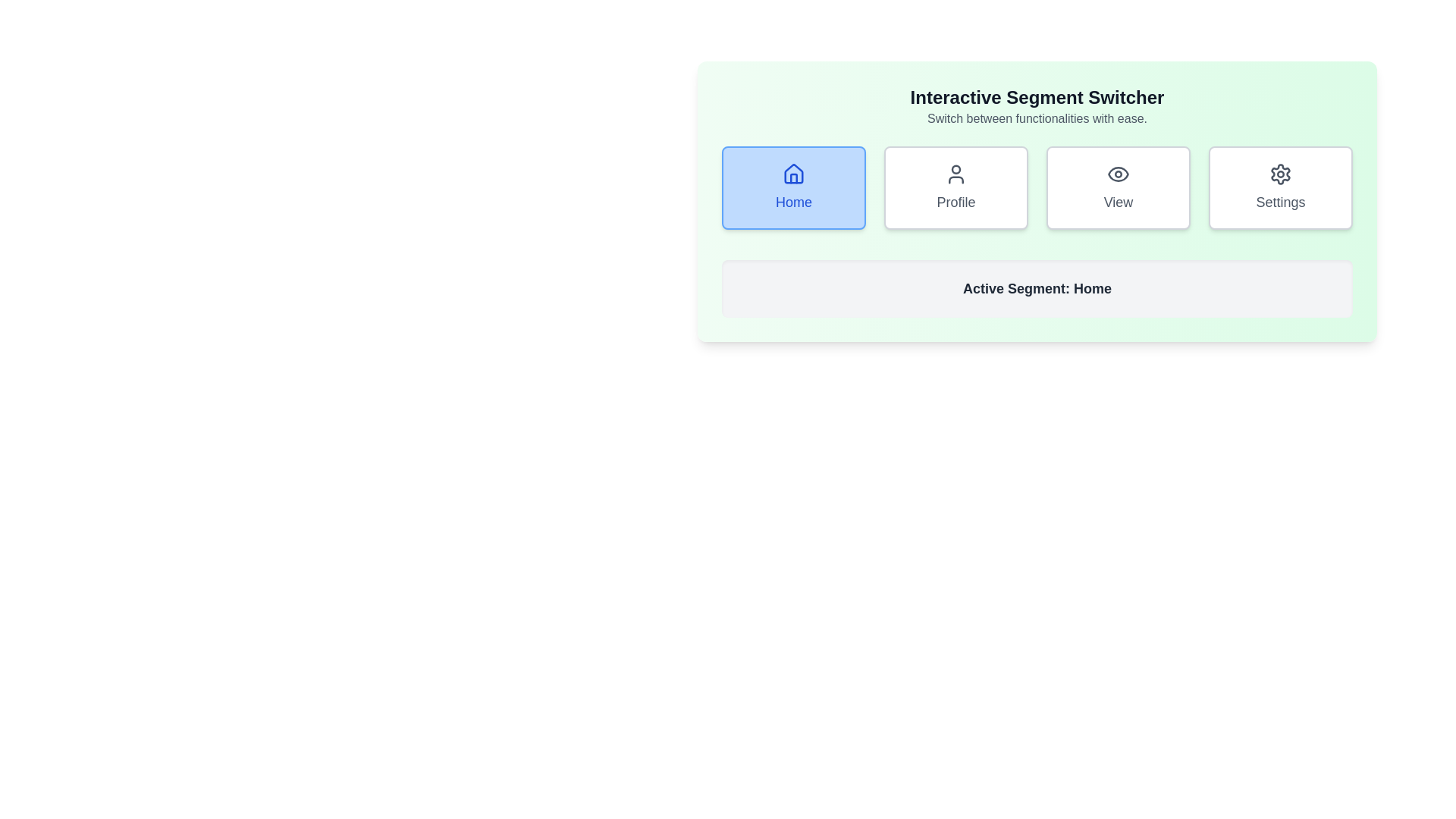 This screenshot has height=819, width=1456. What do you see at coordinates (1280, 174) in the screenshot?
I see `on the gear-shaped settings icon, which is the rightmost icon in the navigation row above the 'Settings' label` at bounding box center [1280, 174].